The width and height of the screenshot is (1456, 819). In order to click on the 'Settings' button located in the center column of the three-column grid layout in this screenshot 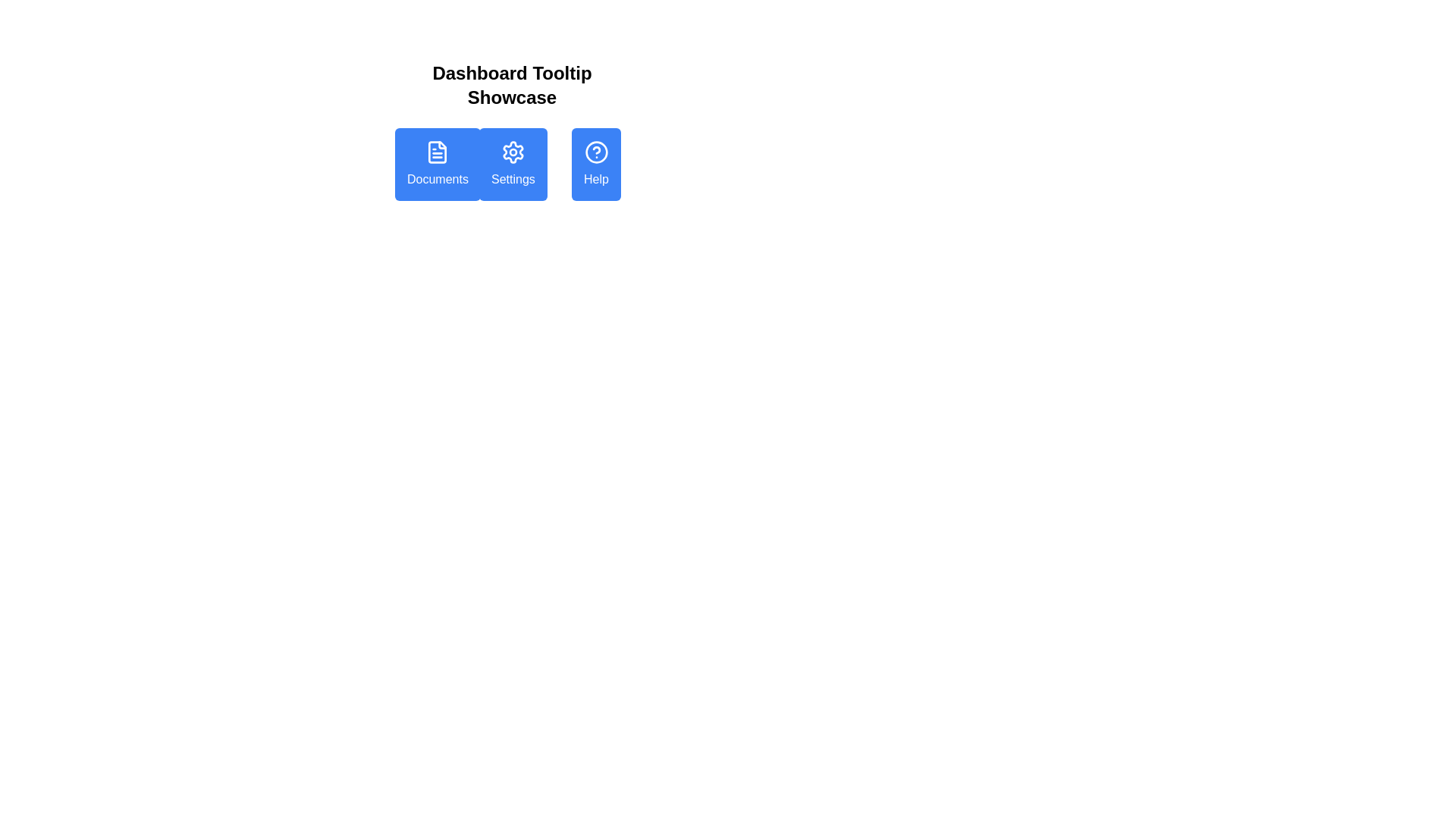, I will do `click(512, 164)`.